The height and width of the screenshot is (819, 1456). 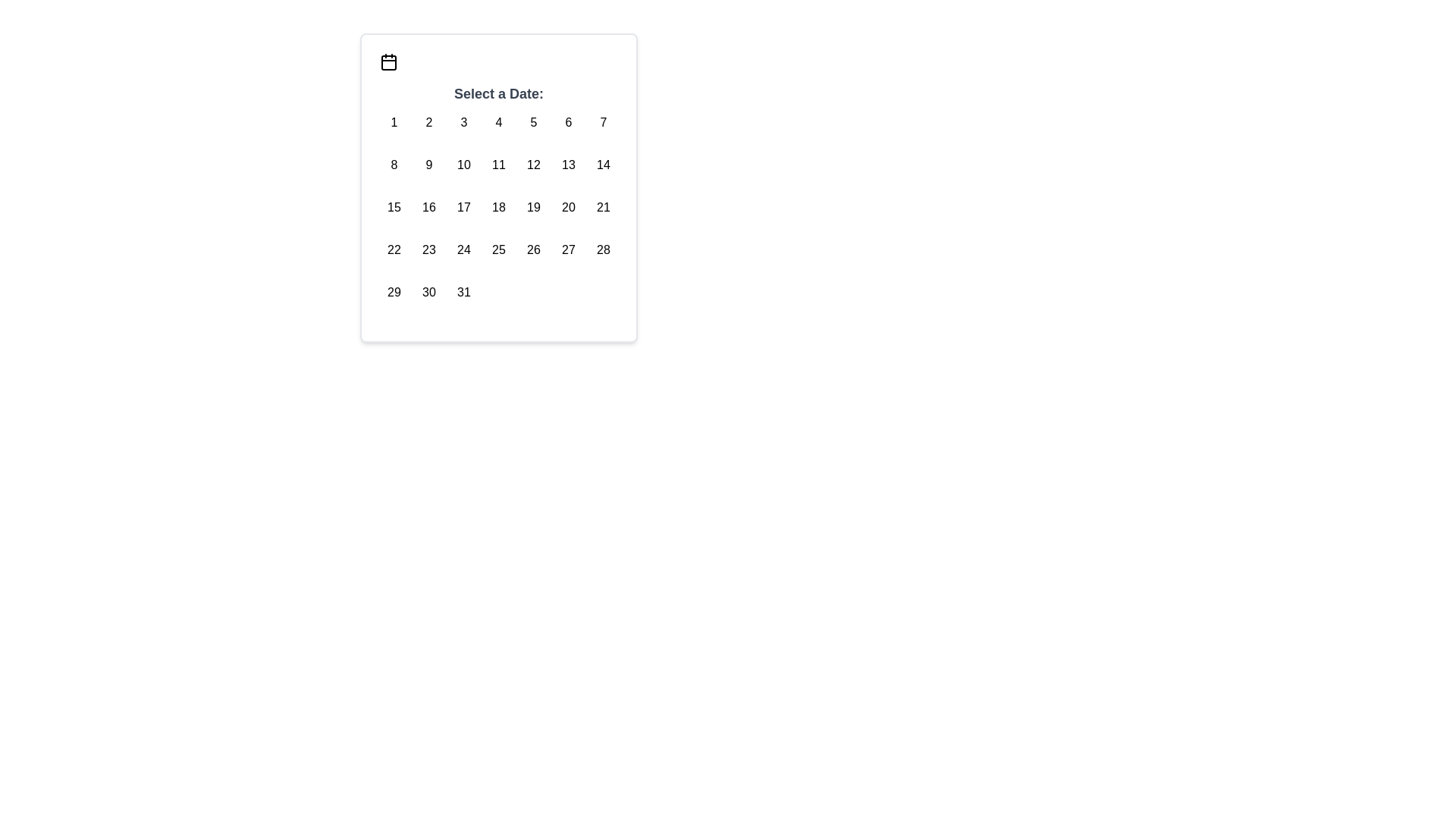 What do you see at coordinates (428, 249) in the screenshot?
I see `the Calendar day button with the number '23'` at bounding box center [428, 249].